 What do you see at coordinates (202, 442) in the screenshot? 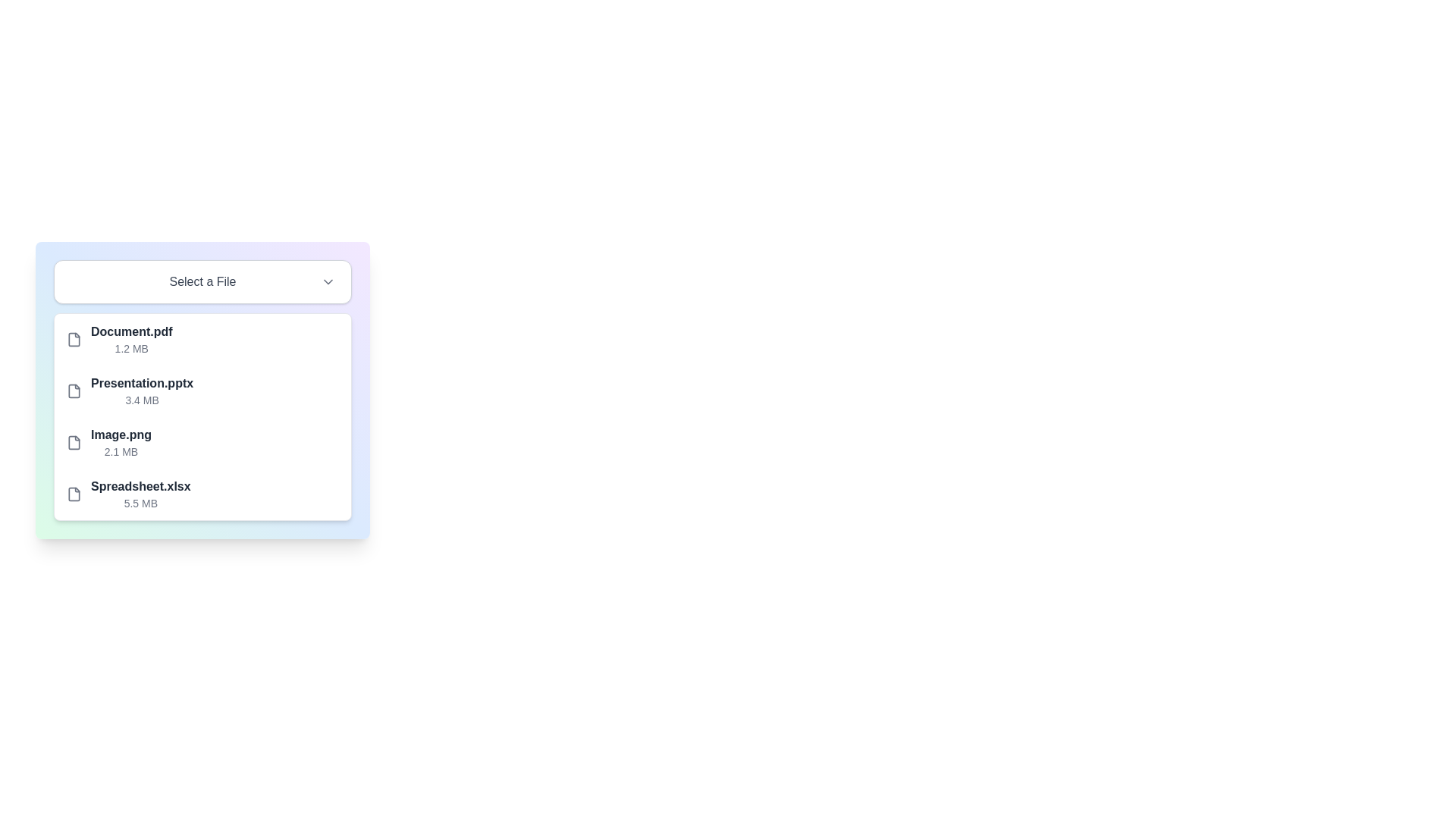
I see `the list item representing the file 'Image.png'` at bounding box center [202, 442].